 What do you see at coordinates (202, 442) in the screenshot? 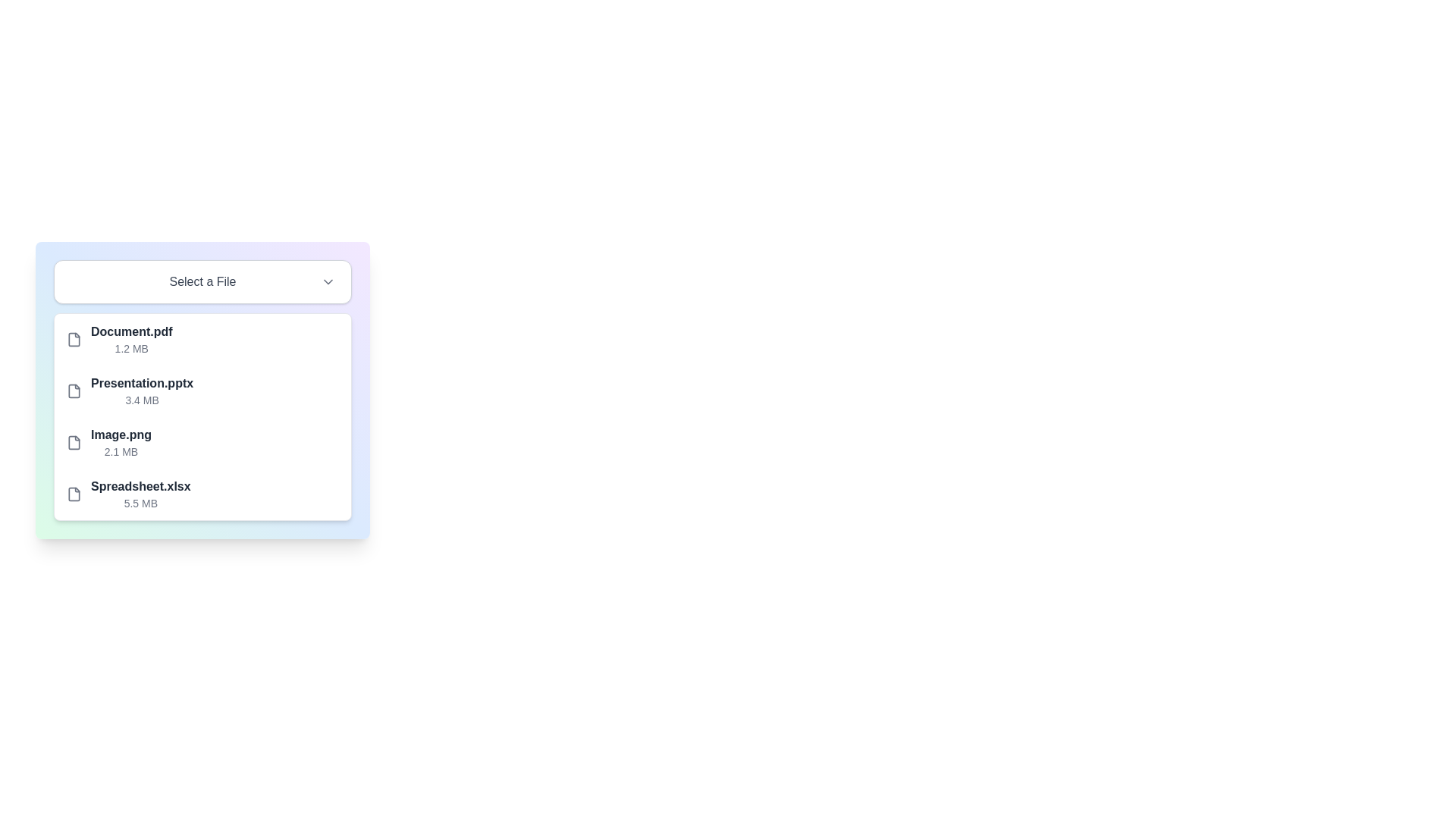
I see `the list item representing the file 'Image.png'` at bounding box center [202, 442].